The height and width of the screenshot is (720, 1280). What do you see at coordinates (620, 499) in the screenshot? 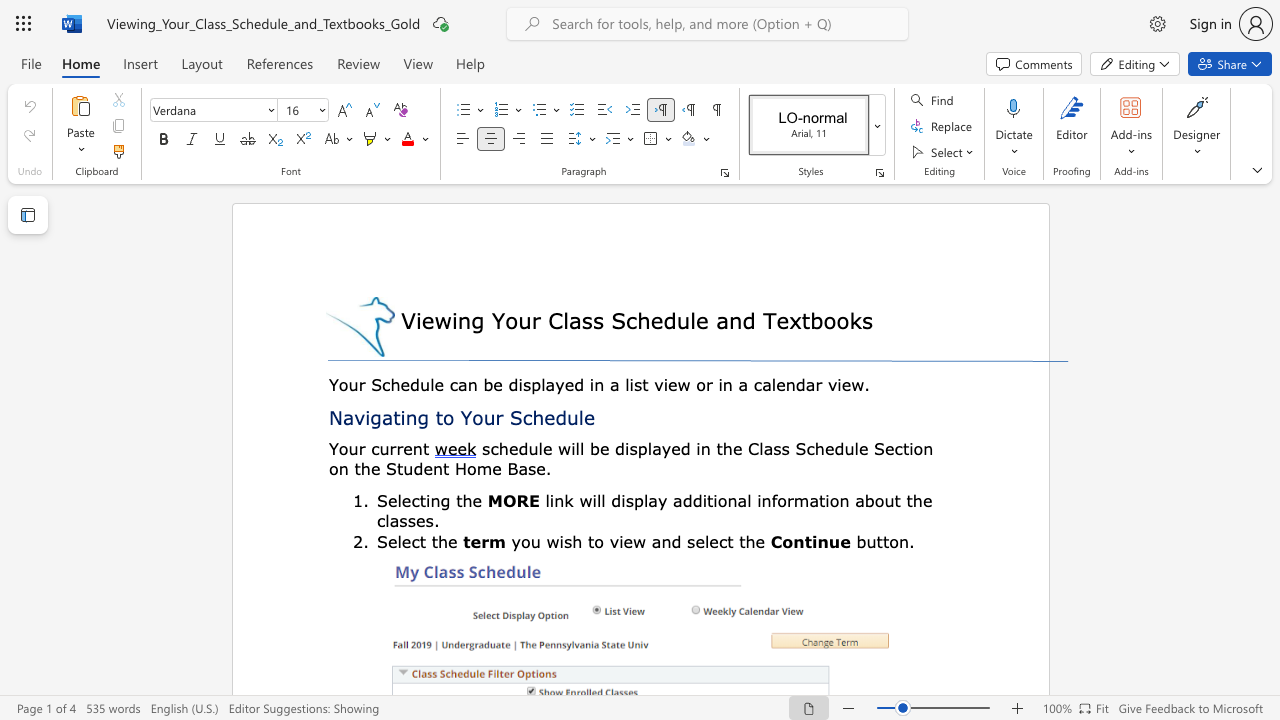
I see `the subset text "ispl" within the text "link will display"` at bounding box center [620, 499].